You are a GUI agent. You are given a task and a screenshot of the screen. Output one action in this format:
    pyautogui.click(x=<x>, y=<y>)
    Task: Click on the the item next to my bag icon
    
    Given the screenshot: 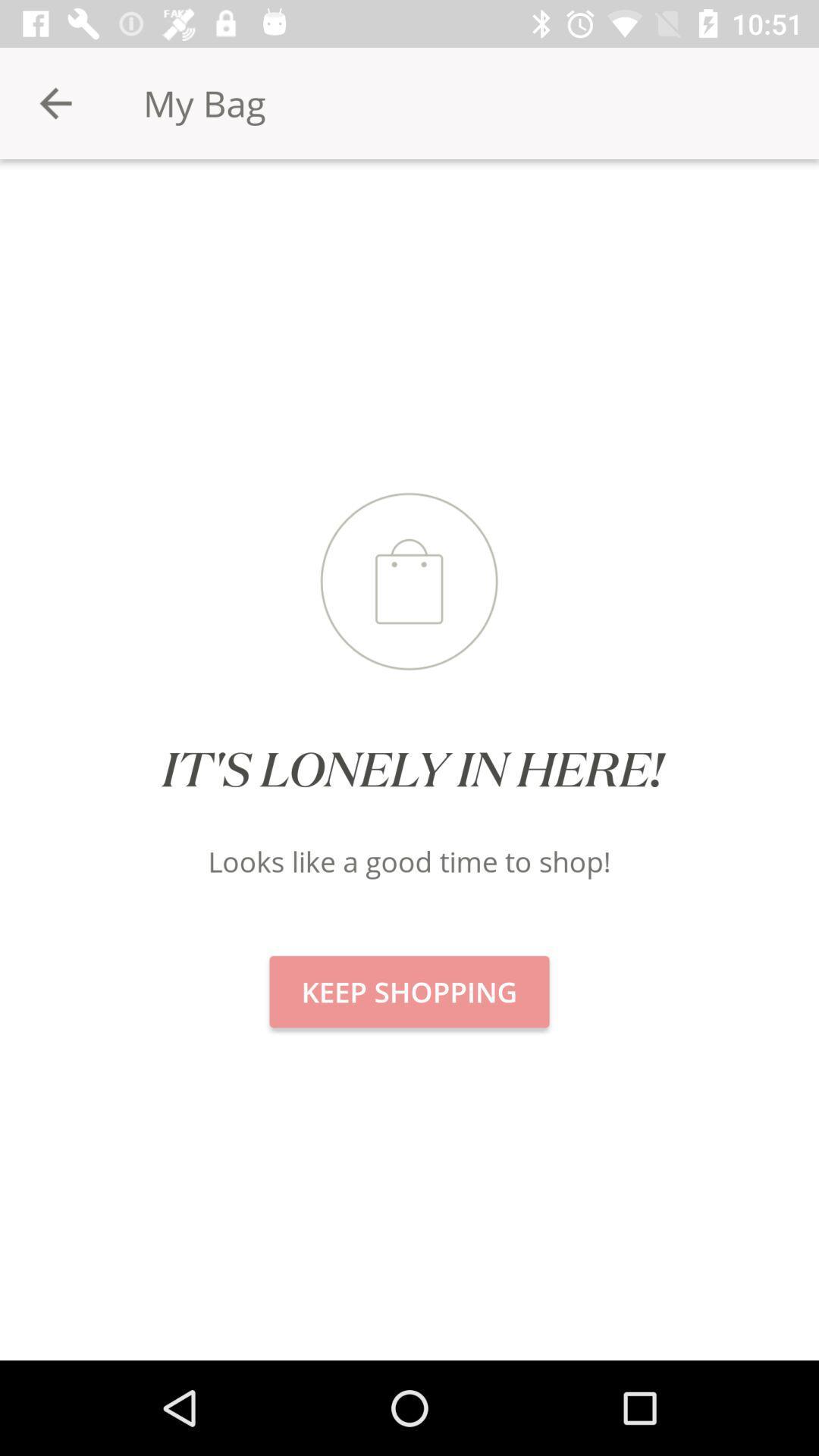 What is the action you would take?
    pyautogui.click(x=55, y=102)
    